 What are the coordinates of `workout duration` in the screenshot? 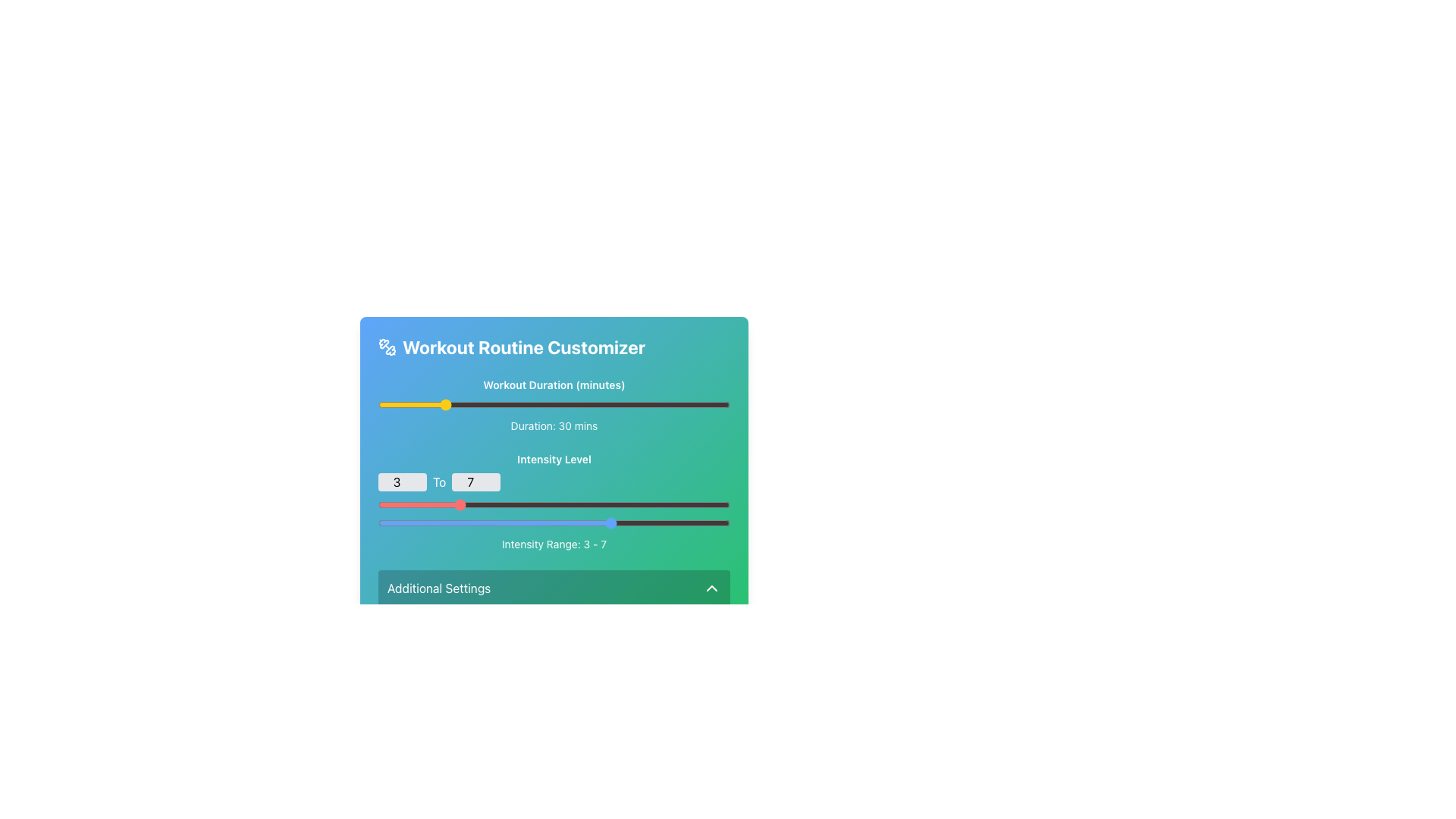 It's located at (624, 403).